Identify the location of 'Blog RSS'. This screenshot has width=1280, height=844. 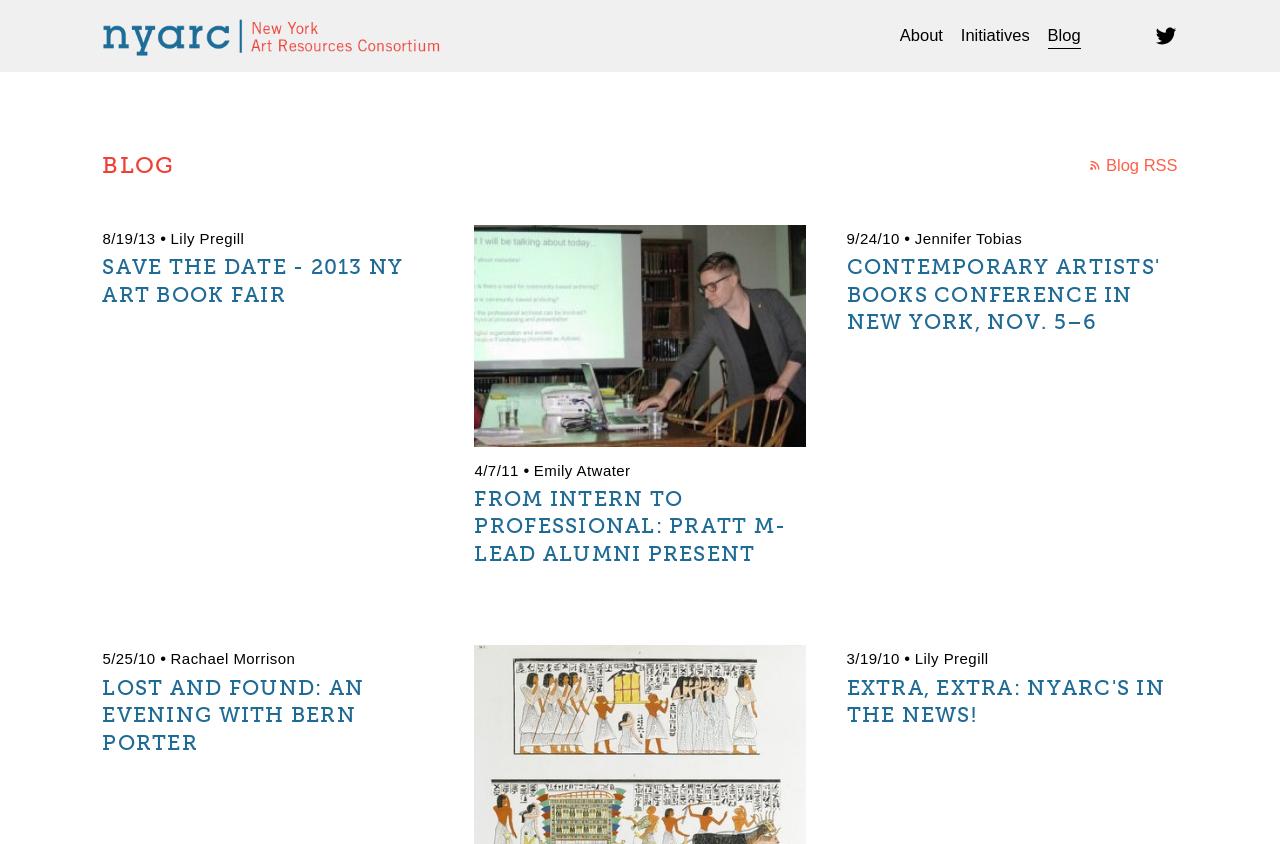
(1141, 165).